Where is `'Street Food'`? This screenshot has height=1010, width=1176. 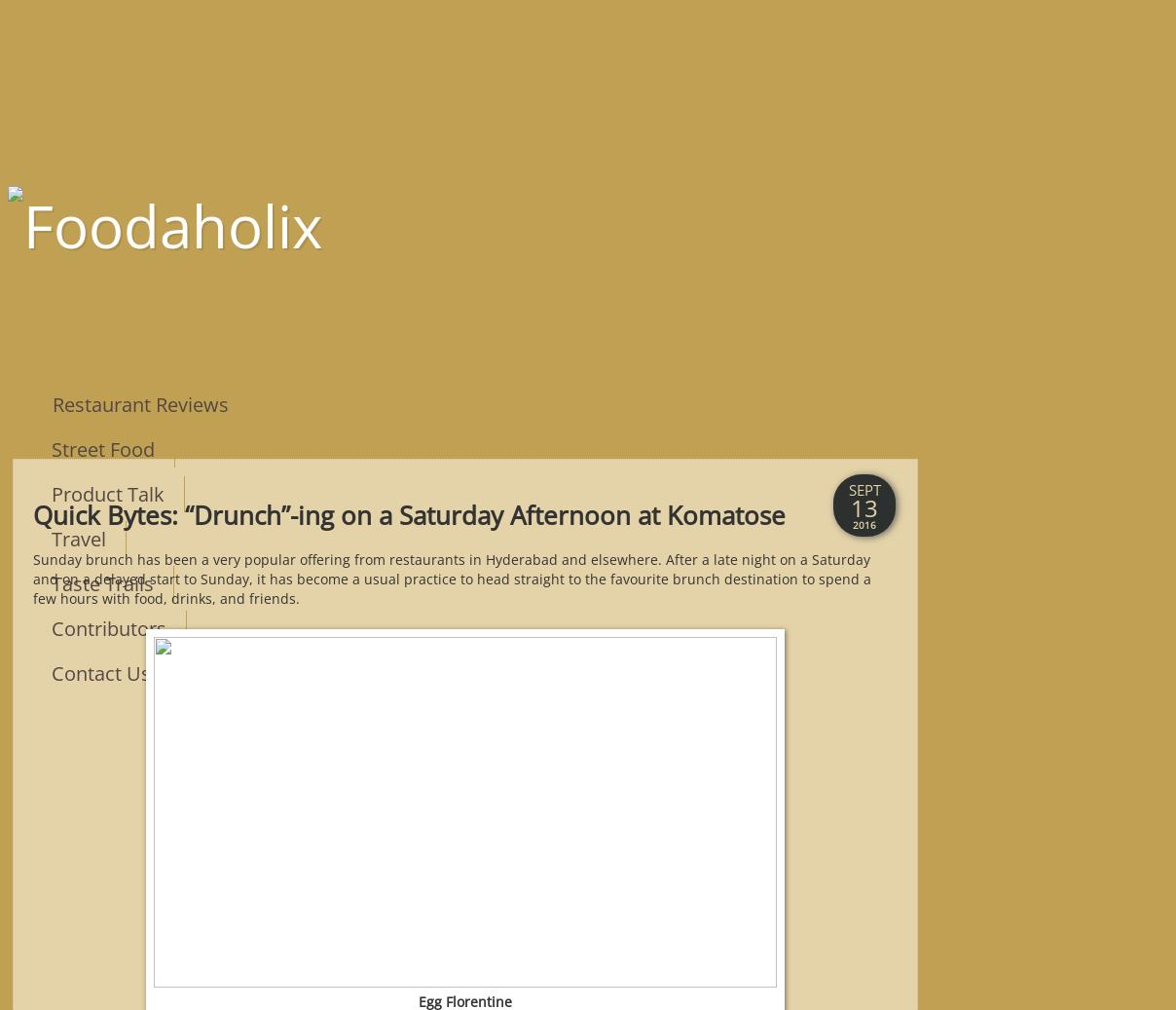
'Street Food' is located at coordinates (51, 447).